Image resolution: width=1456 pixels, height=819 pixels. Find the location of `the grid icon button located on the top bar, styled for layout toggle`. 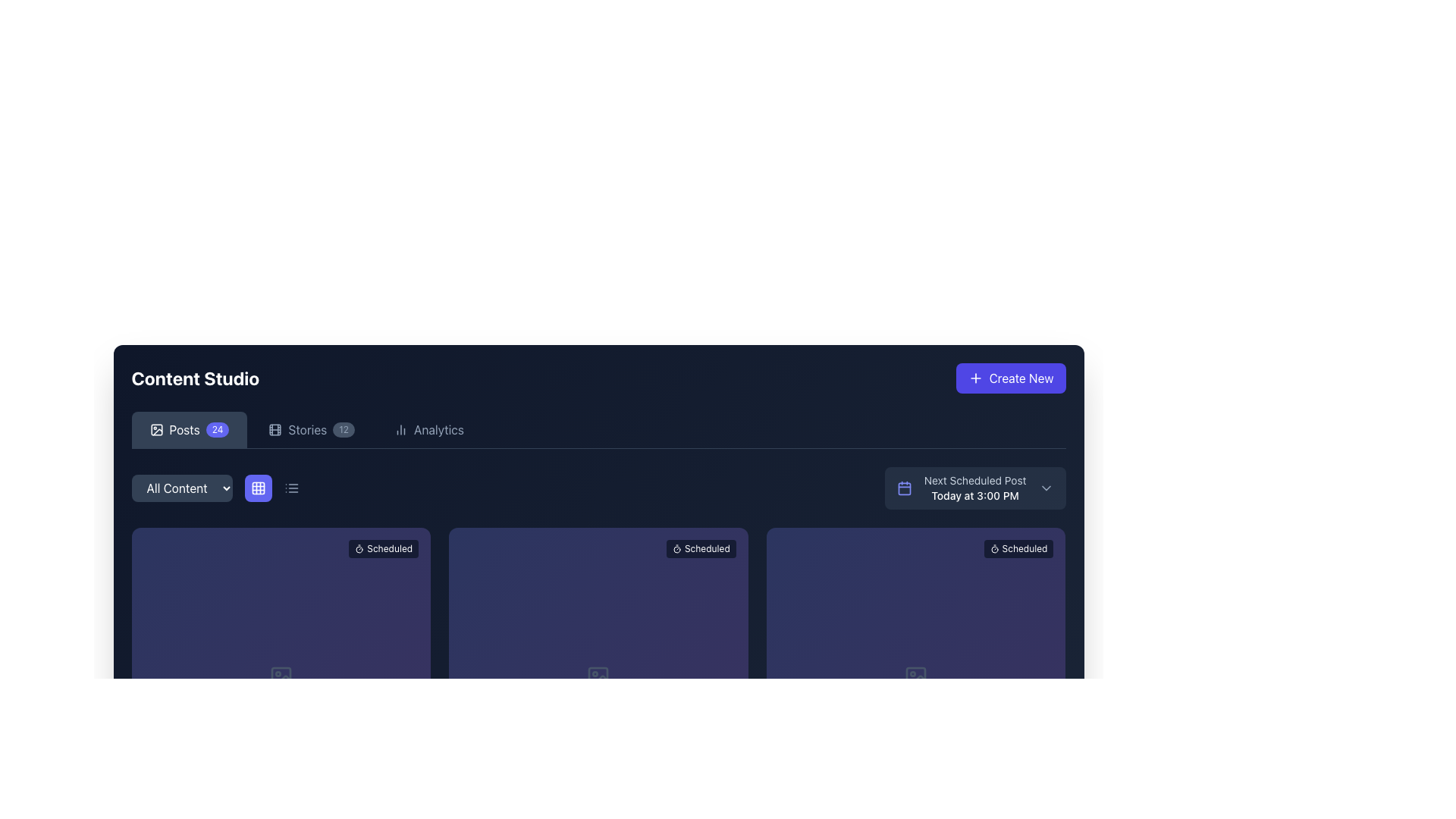

the grid icon button located on the top bar, styled for layout toggle is located at coordinates (258, 488).